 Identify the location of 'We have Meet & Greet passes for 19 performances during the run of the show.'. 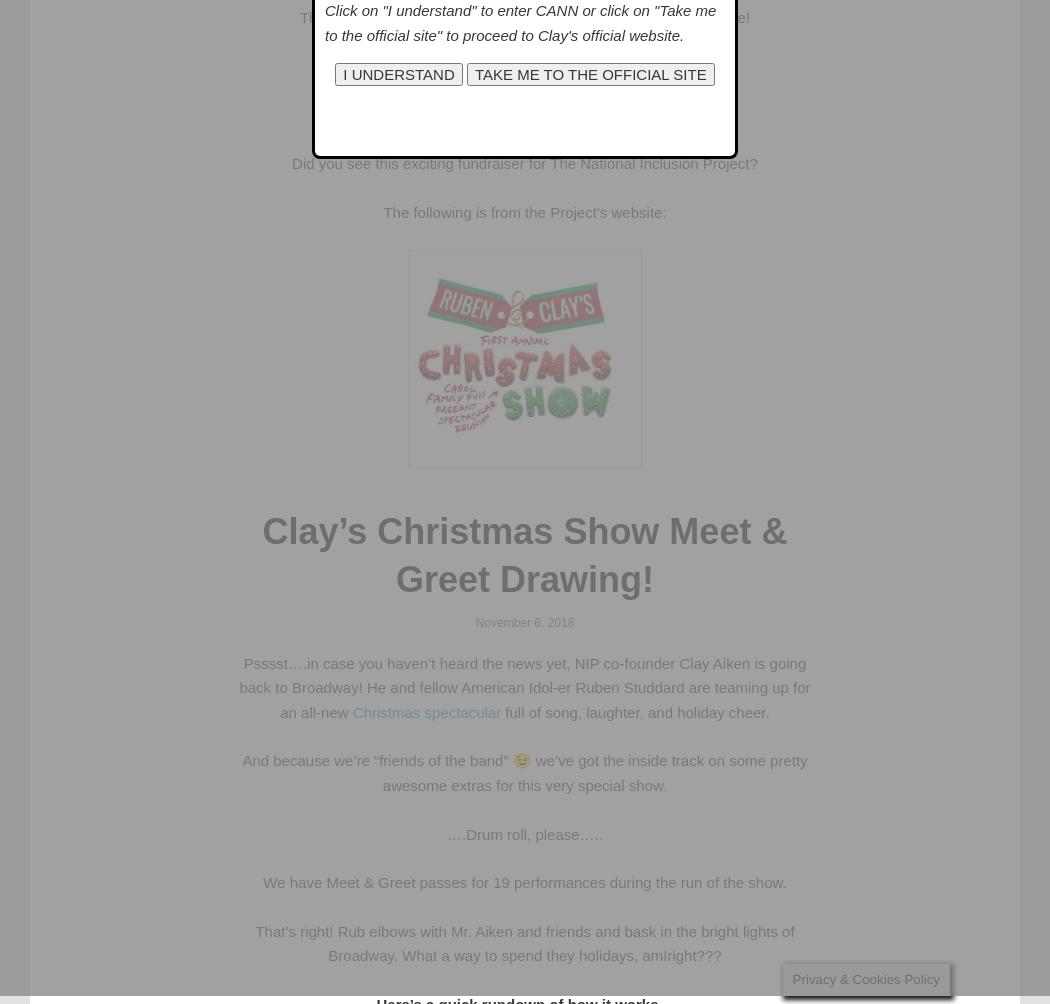
(523, 881).